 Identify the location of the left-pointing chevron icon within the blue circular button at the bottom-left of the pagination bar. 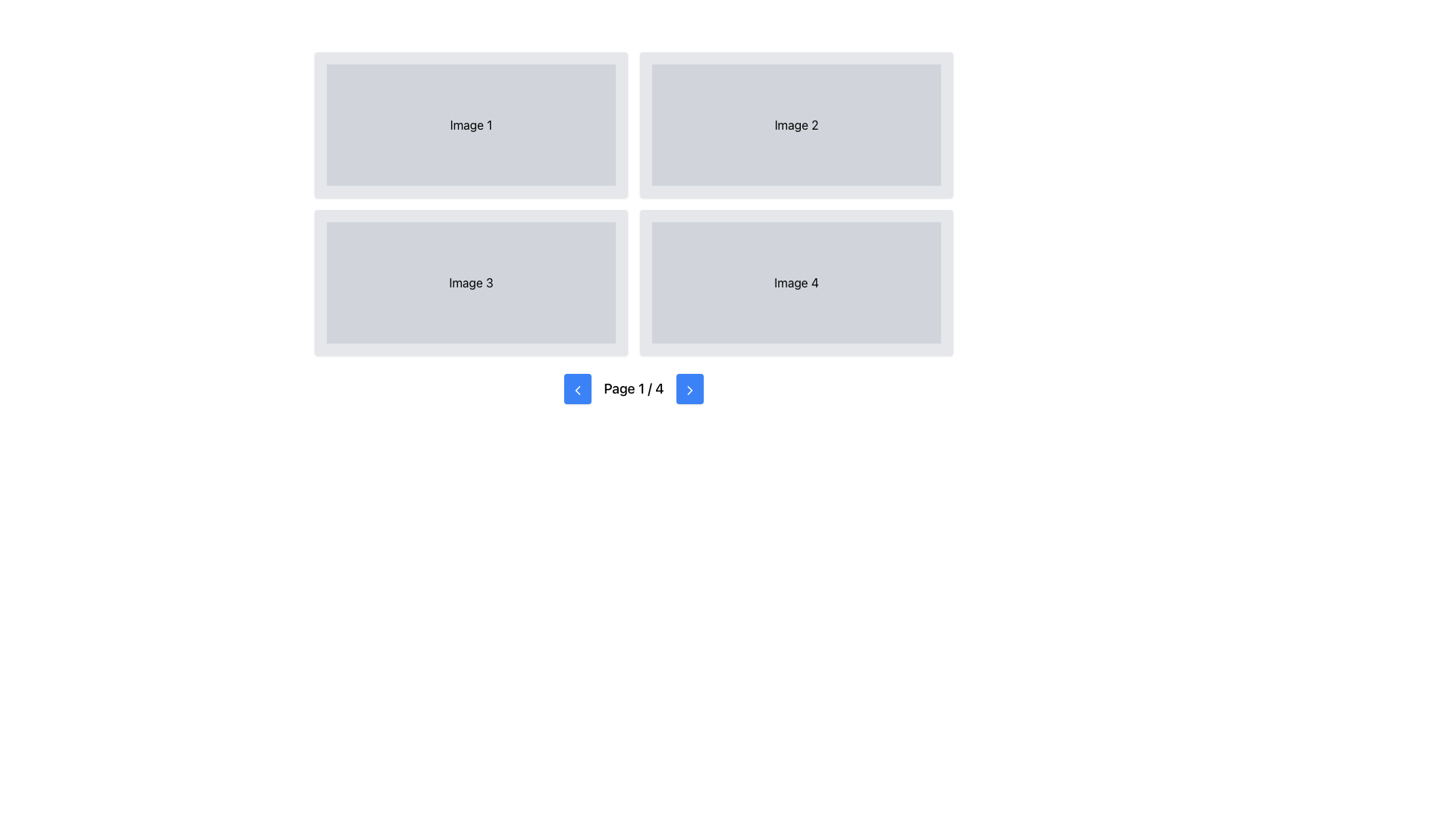
(577, 389).